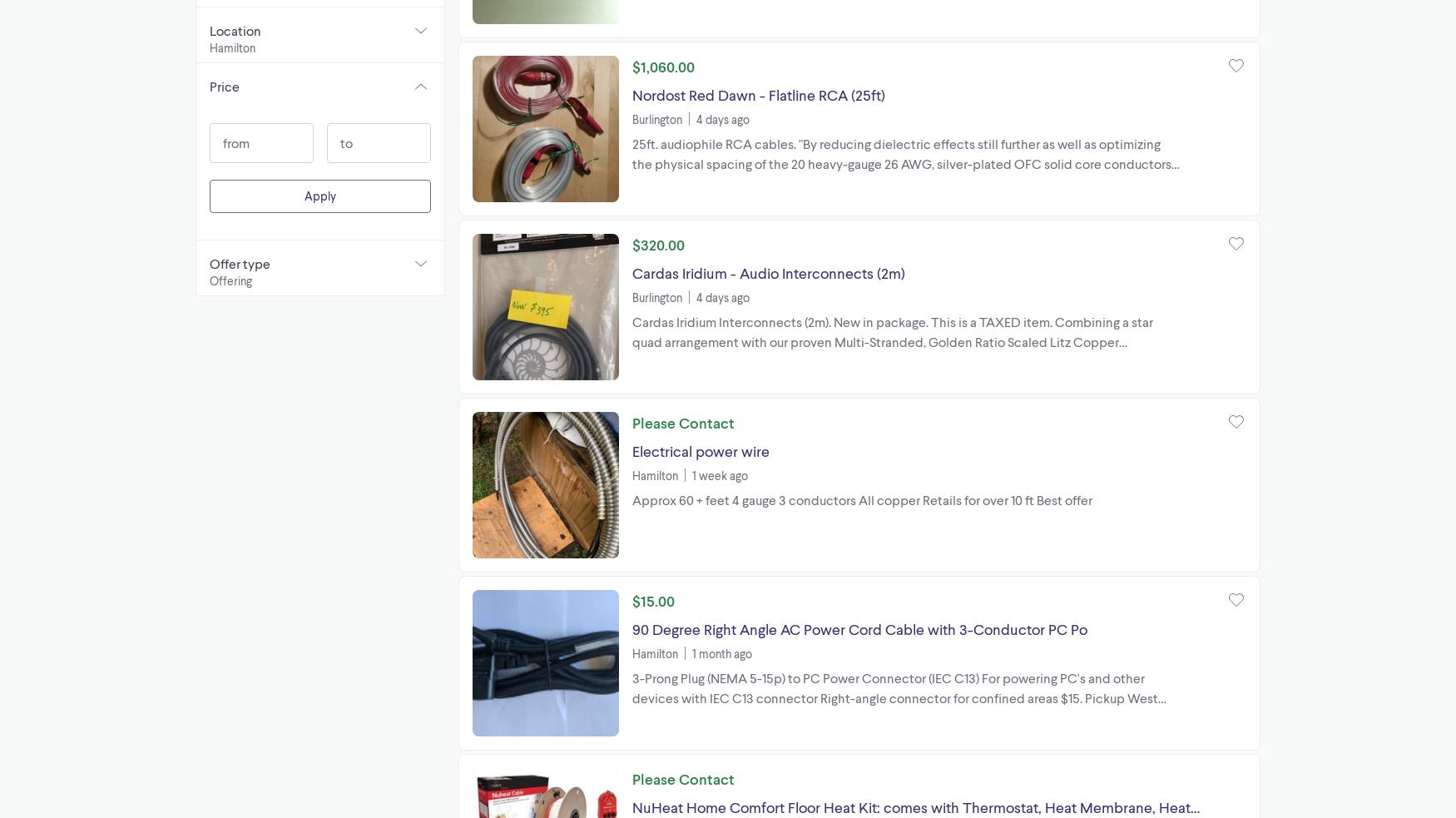  I want to click on 'Location', so click(234, 29).